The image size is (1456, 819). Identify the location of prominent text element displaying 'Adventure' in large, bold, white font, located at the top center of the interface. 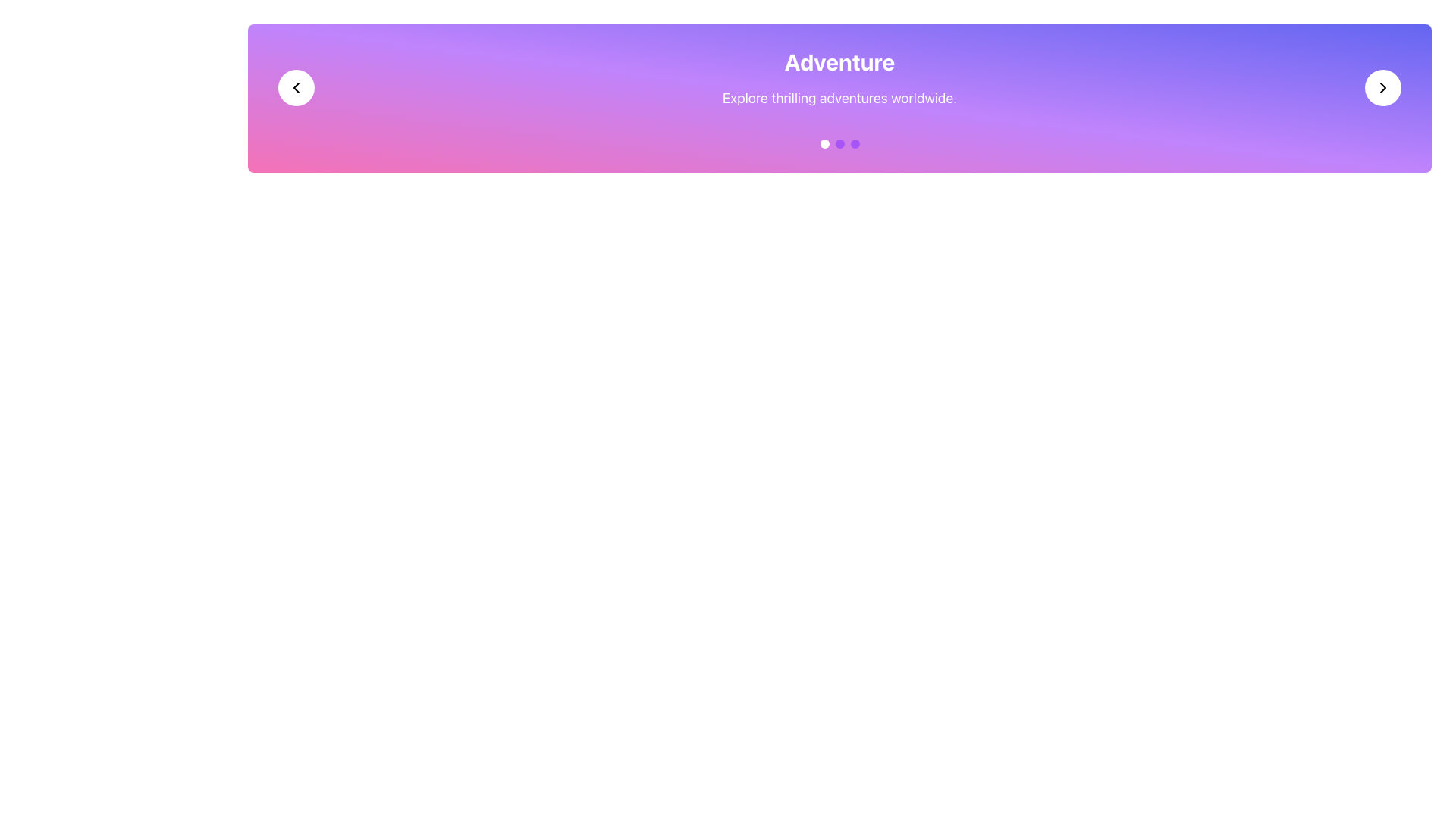
(839, 61).